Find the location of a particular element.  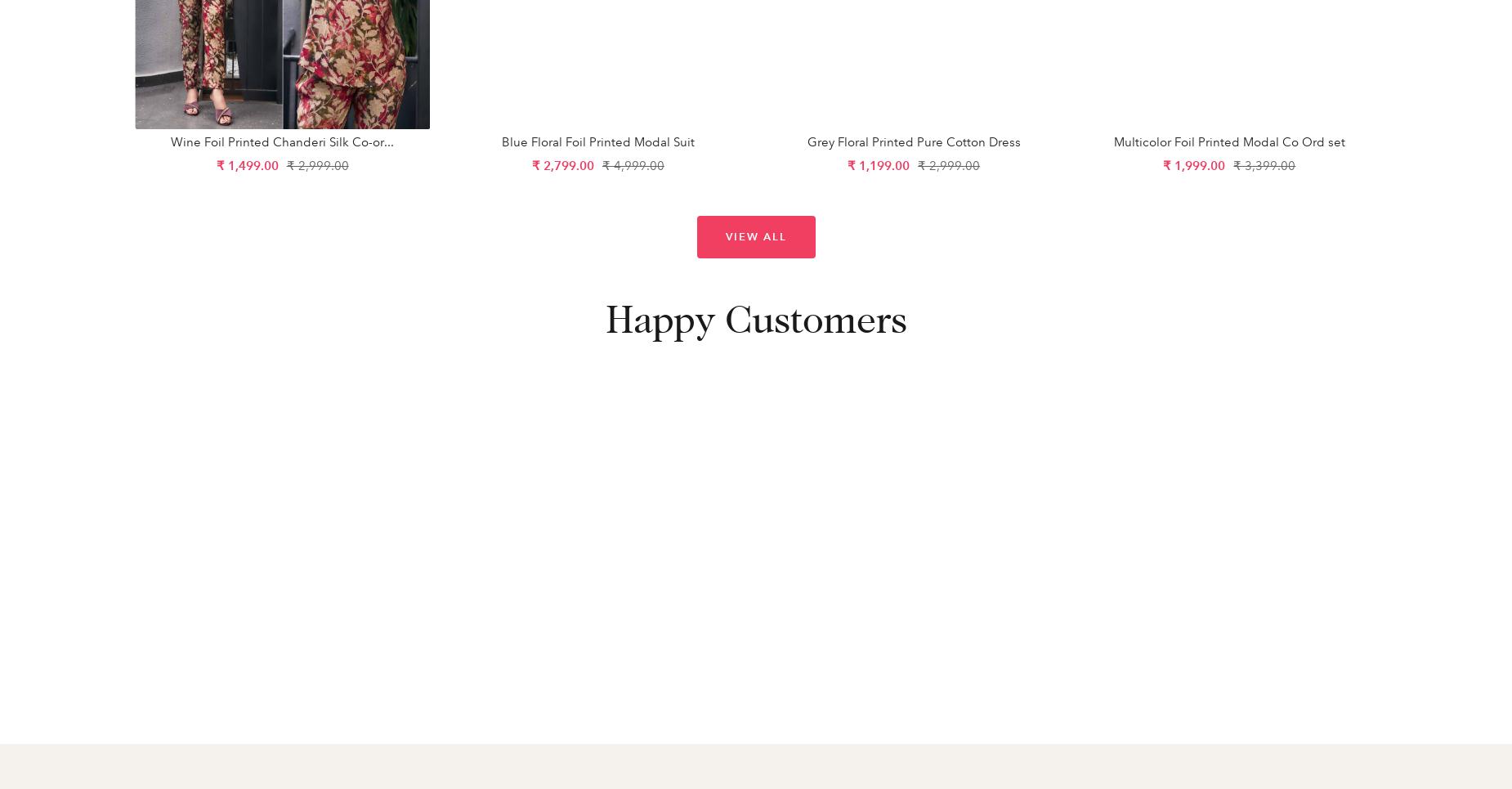

'₹ 1,999.00' is located at coordinates (1193, 164).